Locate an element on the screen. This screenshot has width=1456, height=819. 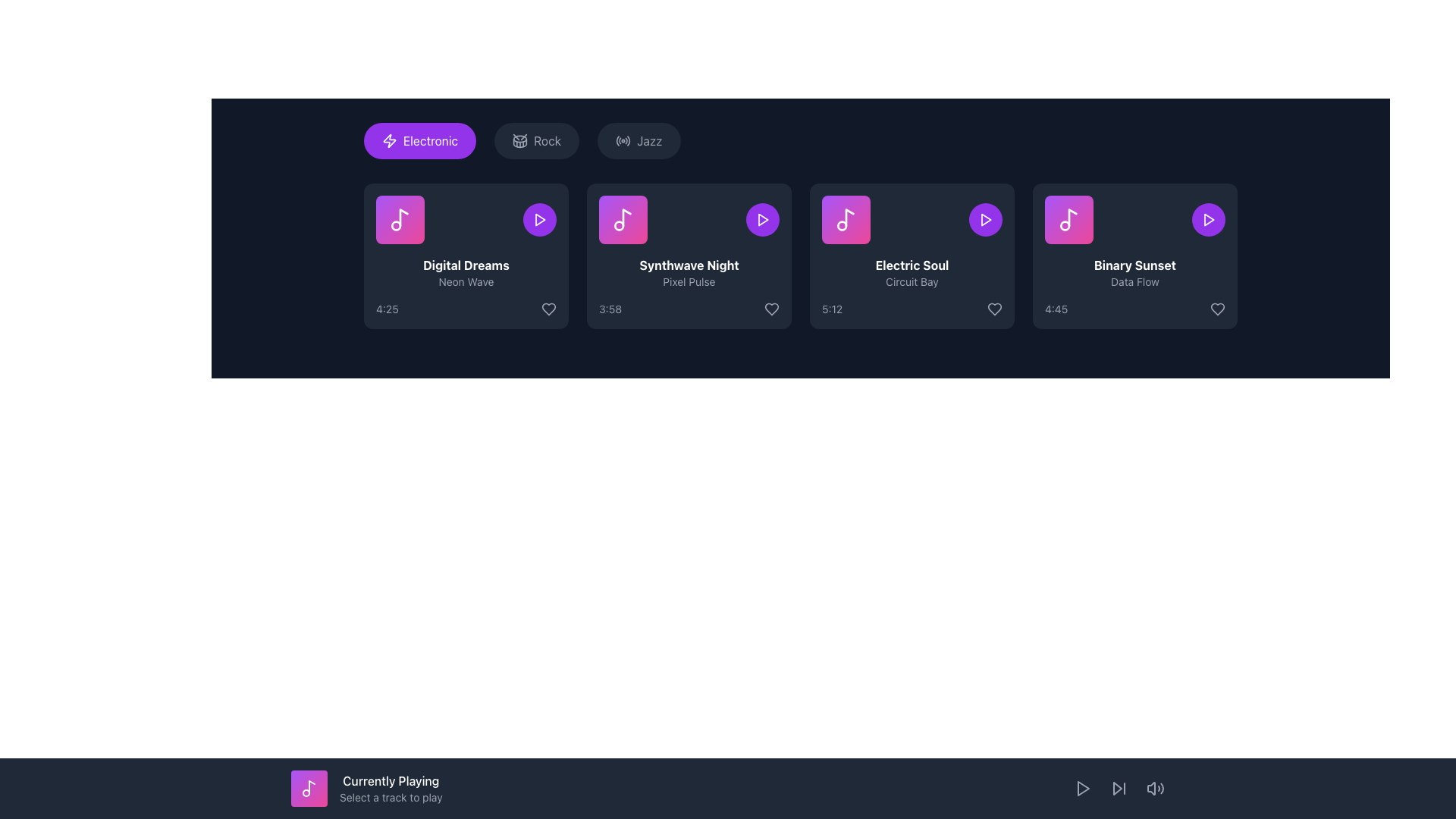
the static text label 'Digital Dreams' which is bold, white, and located on the first music card in the selection interface is located at coordinates (465, 265).